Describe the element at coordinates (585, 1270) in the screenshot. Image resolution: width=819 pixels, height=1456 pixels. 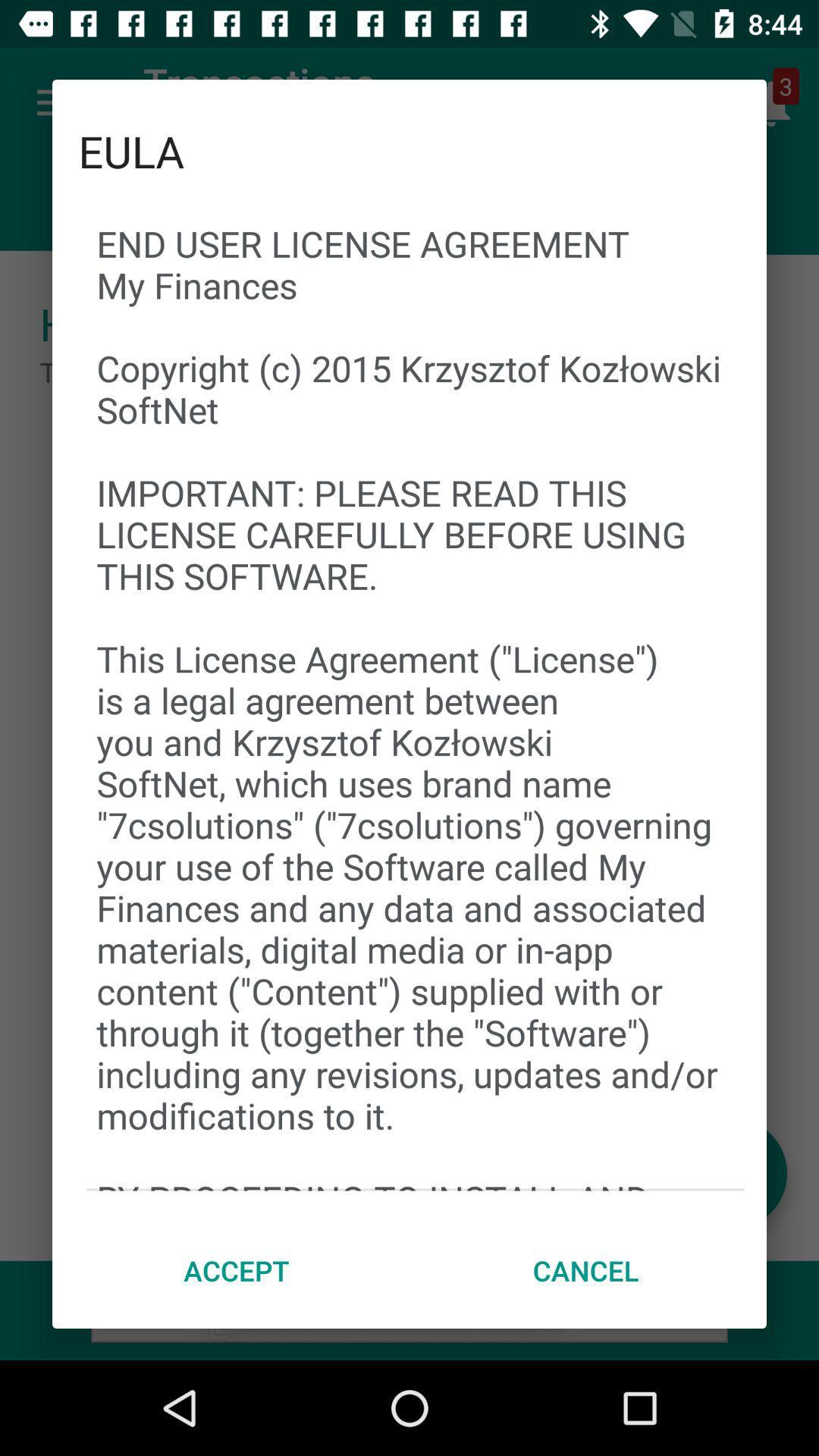
I see `icon to the right of accept` at that location.